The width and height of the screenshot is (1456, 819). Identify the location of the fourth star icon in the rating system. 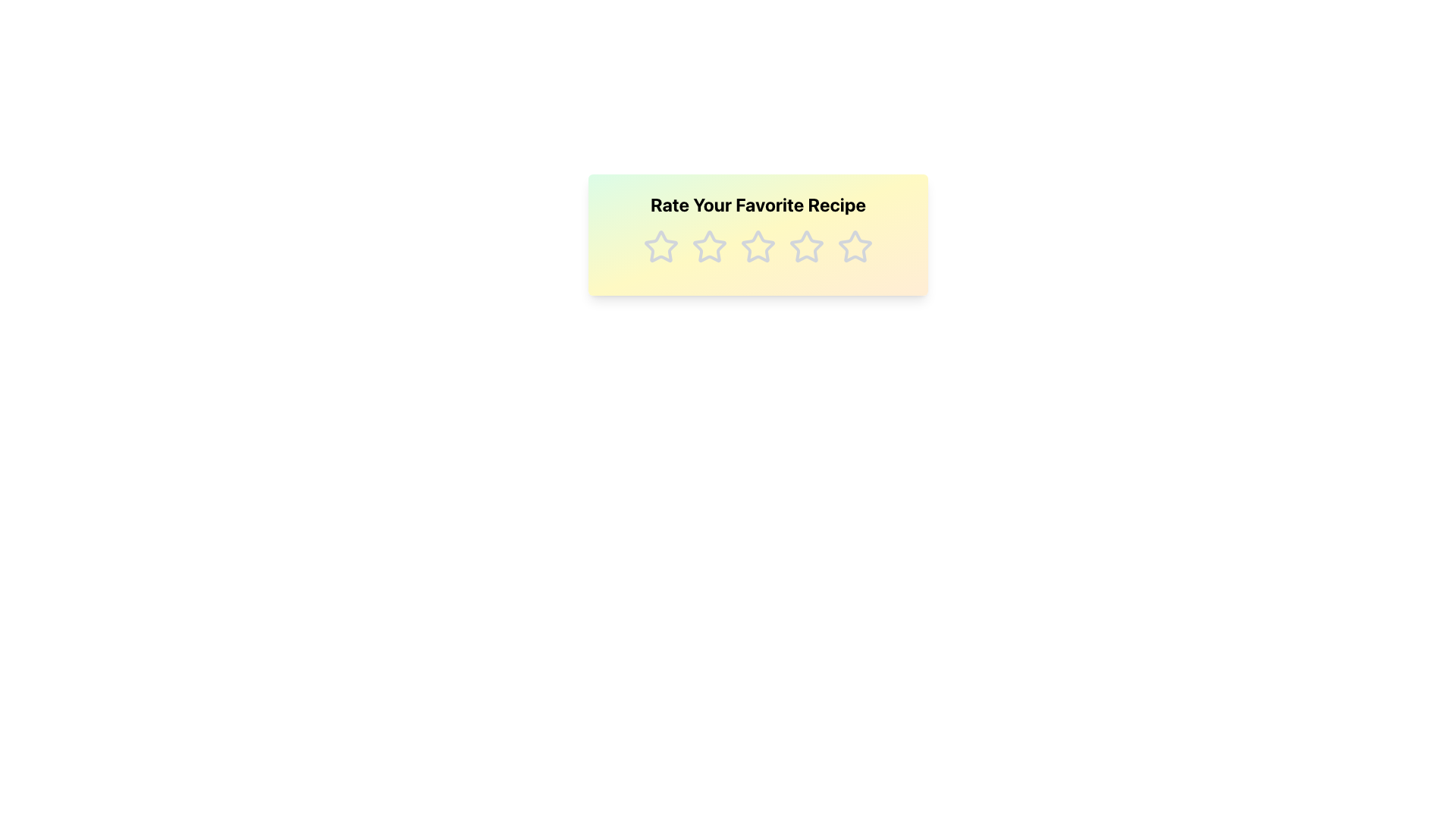
(806, 246).